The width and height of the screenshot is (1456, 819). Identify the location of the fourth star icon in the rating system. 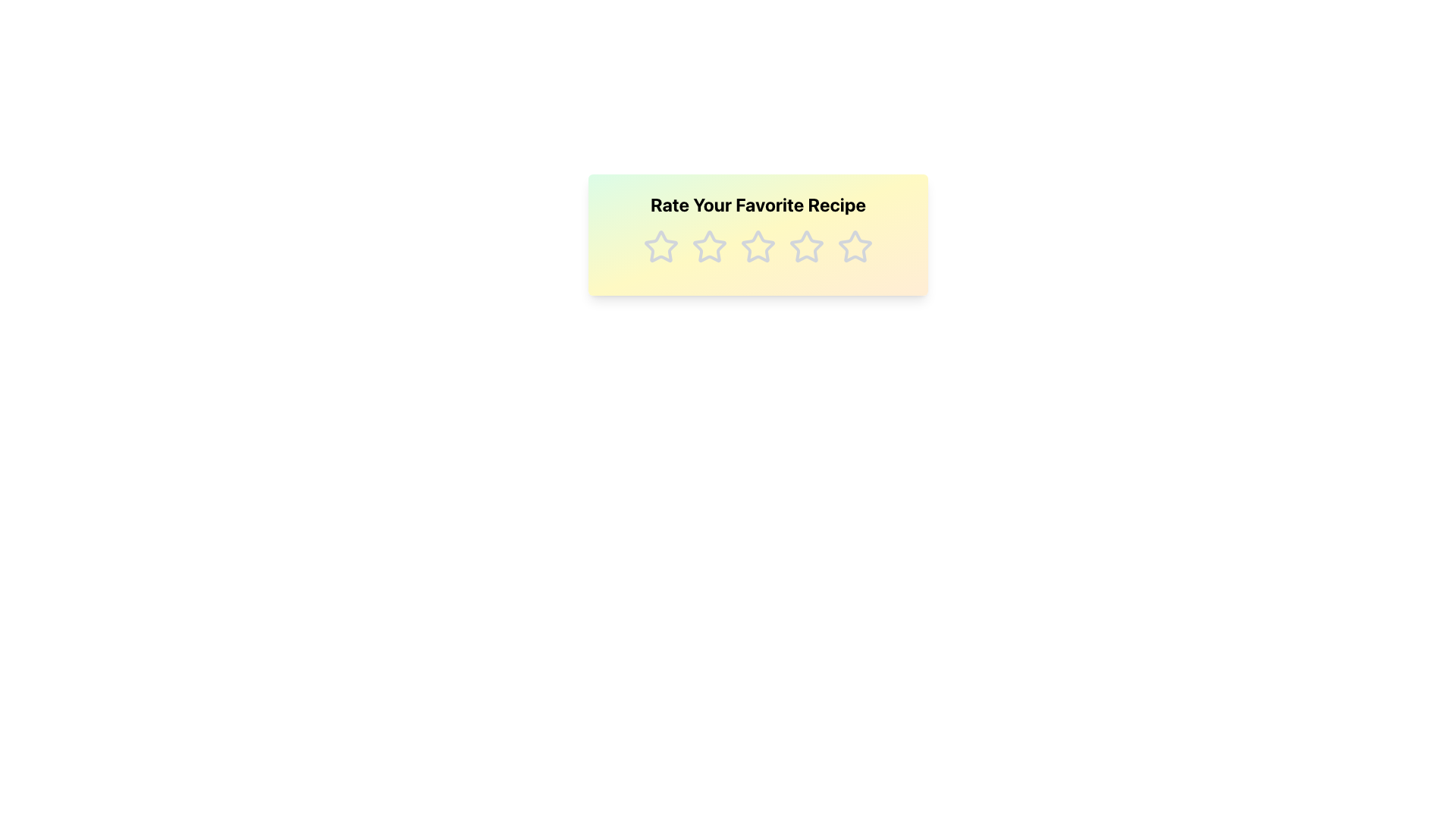
(806, 246).